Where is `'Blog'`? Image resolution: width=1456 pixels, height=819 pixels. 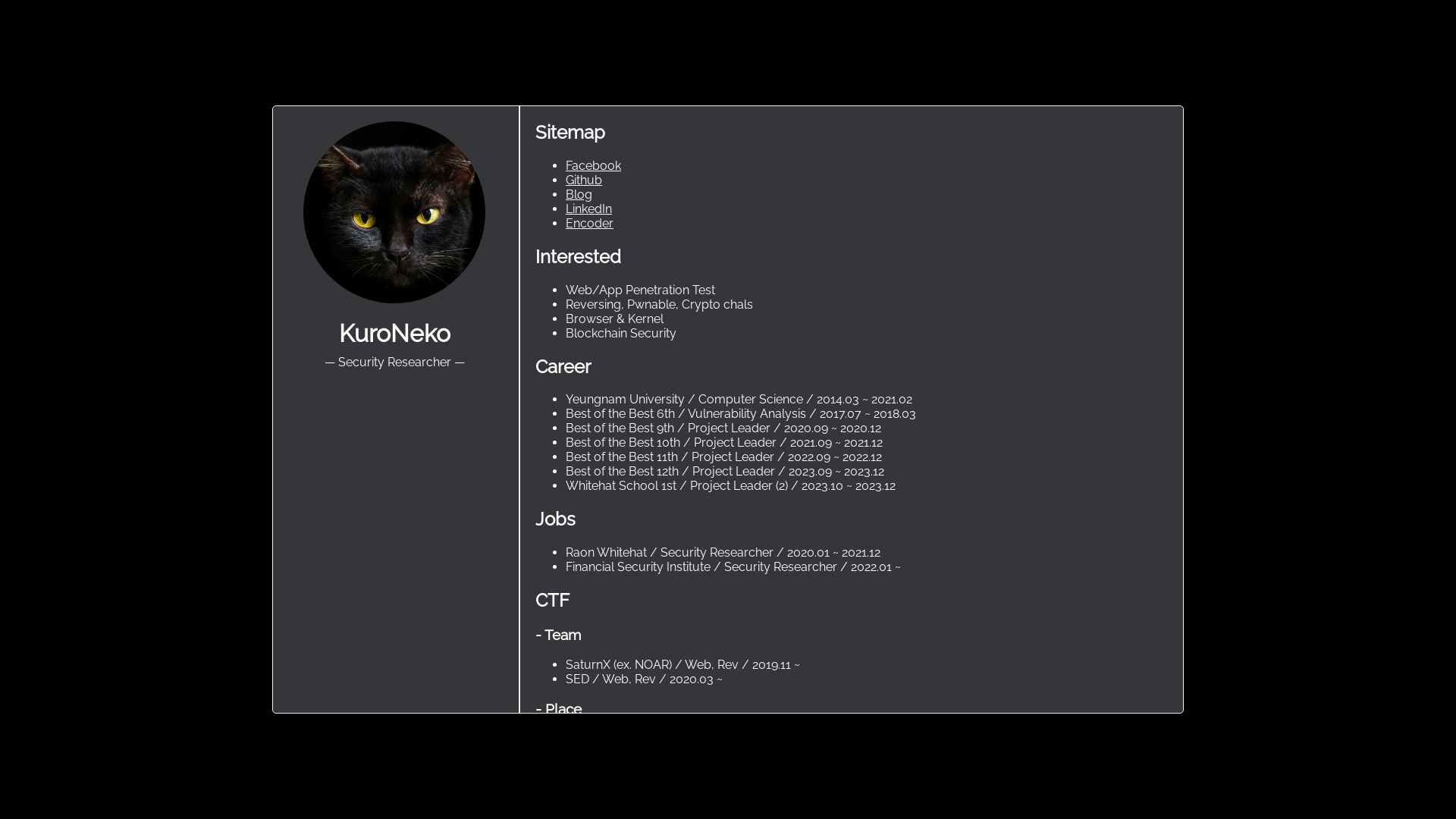
'Blog' is located at coordinates (578, 193).